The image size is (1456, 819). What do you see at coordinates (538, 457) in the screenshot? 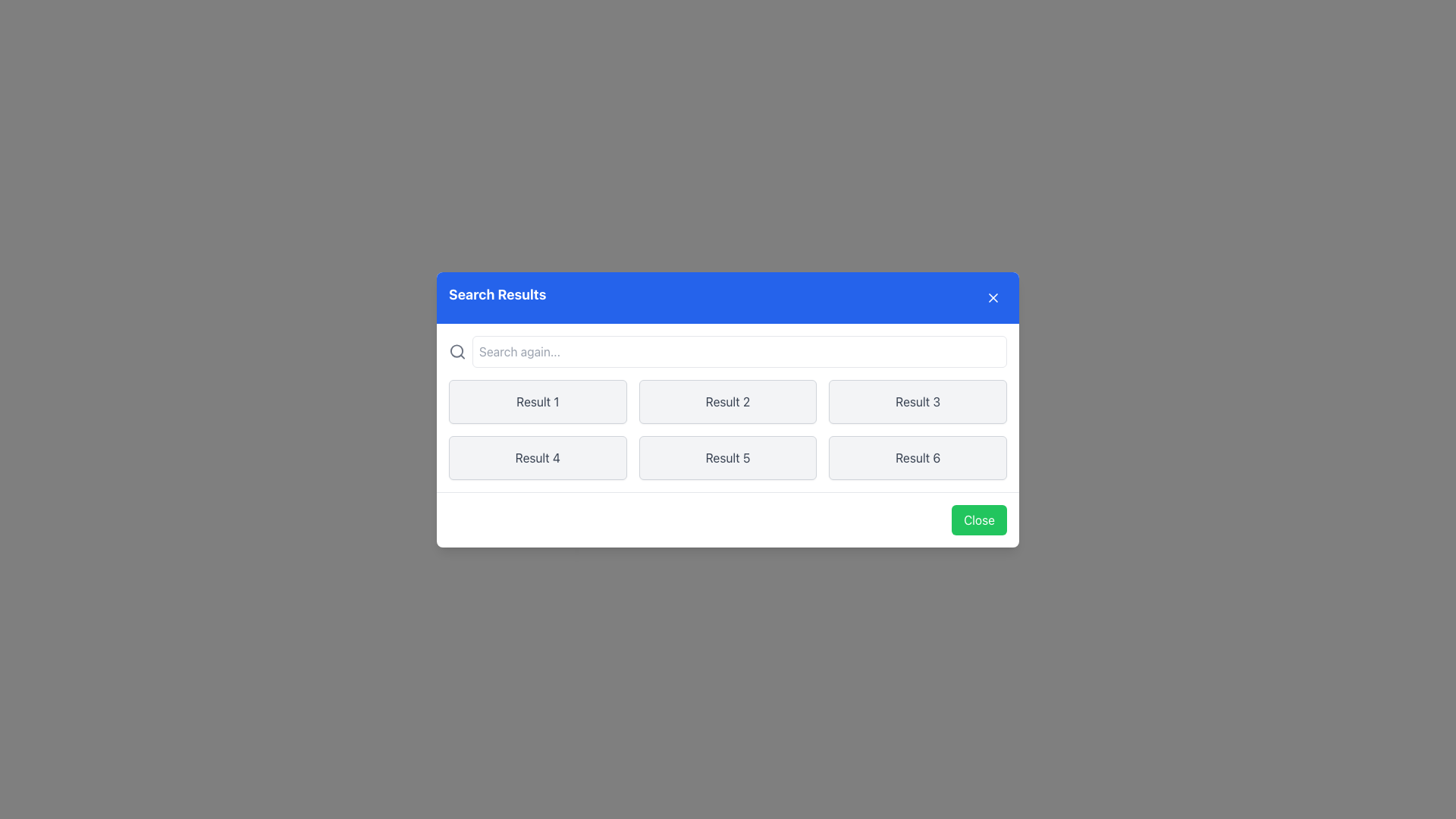
I see `the text label that identifies the content of the fourth result button in the grid, located beneath 'Result 1'` at bounding box center [538, 457].